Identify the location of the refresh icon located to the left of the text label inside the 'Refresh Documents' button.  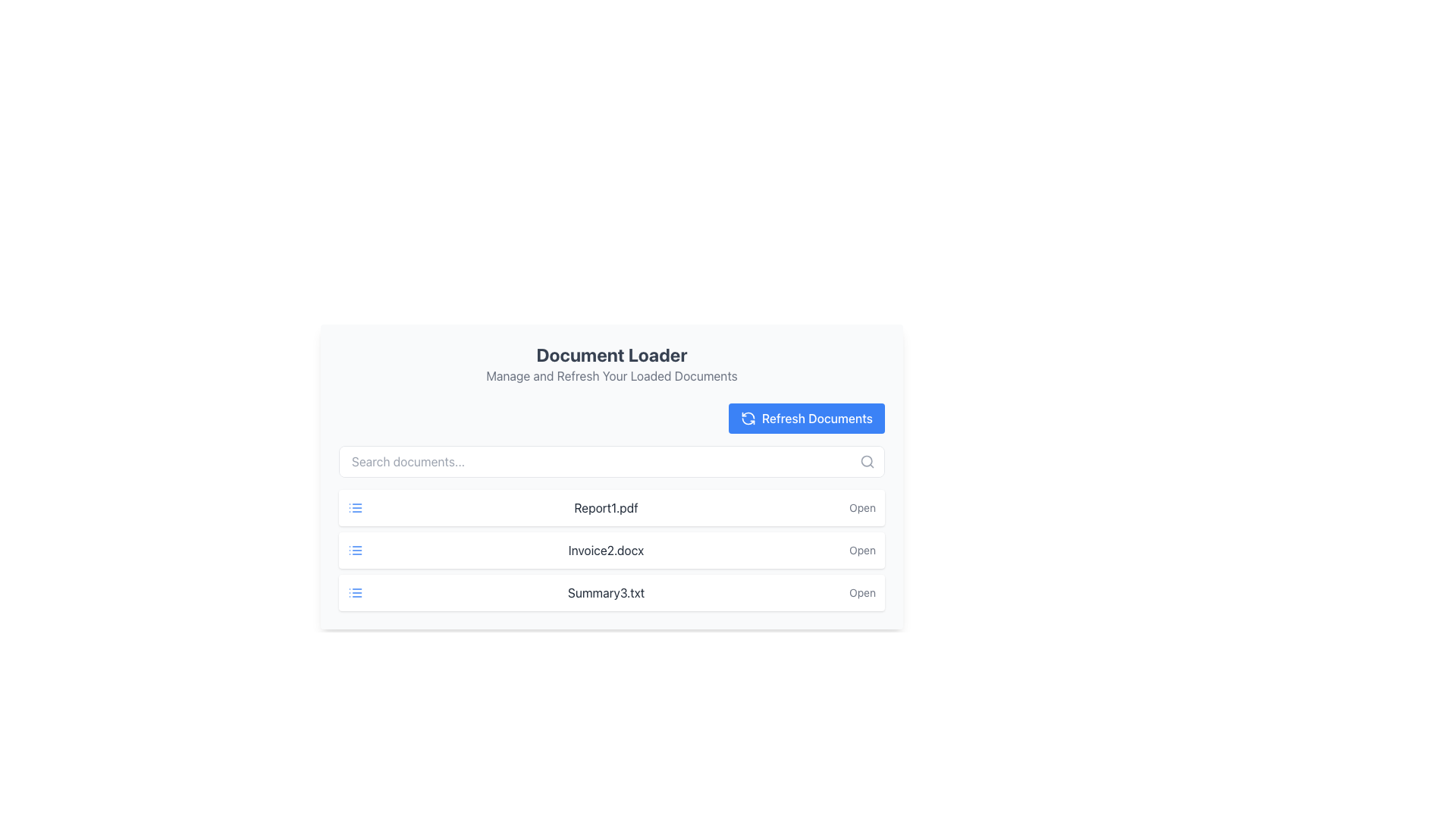
(748, 418).